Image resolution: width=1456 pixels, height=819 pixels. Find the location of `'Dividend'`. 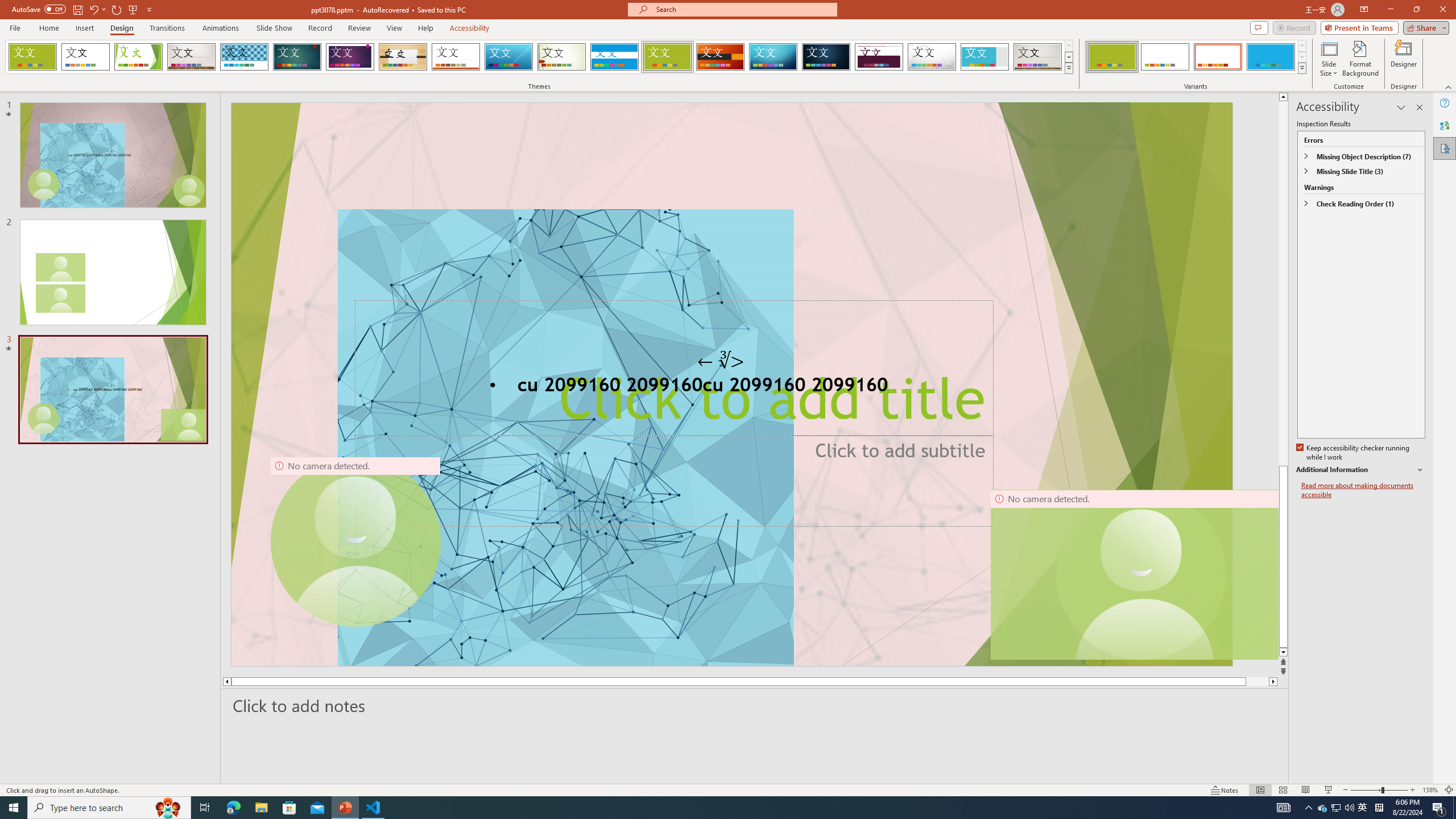

'Dividend' is located at coordinates (879, 56).